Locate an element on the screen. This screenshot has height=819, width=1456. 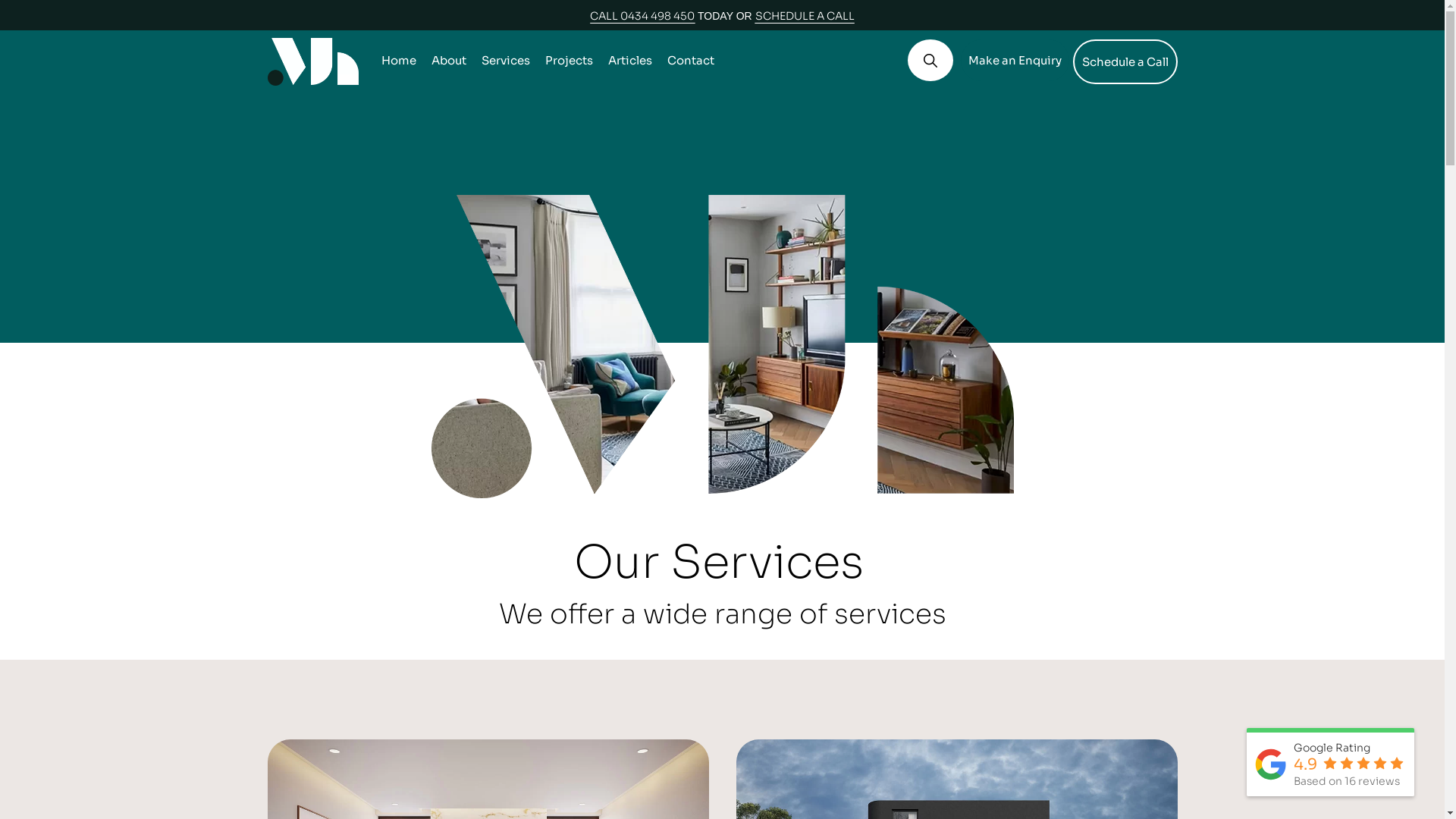
'Contact' is located at coordinates (690, 59).